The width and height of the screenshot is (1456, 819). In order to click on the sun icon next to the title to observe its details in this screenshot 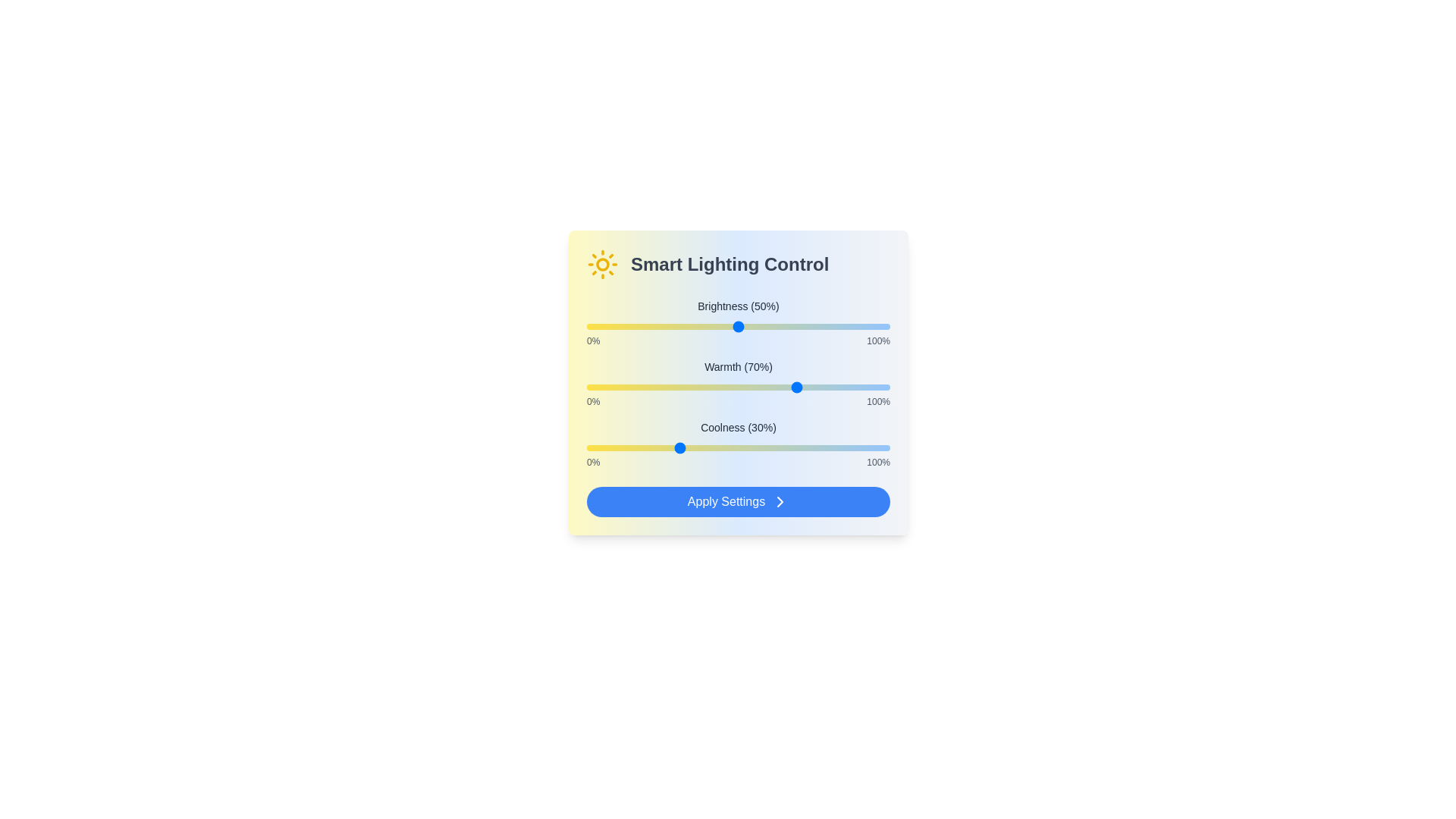, I will do `click(602, 263)`.